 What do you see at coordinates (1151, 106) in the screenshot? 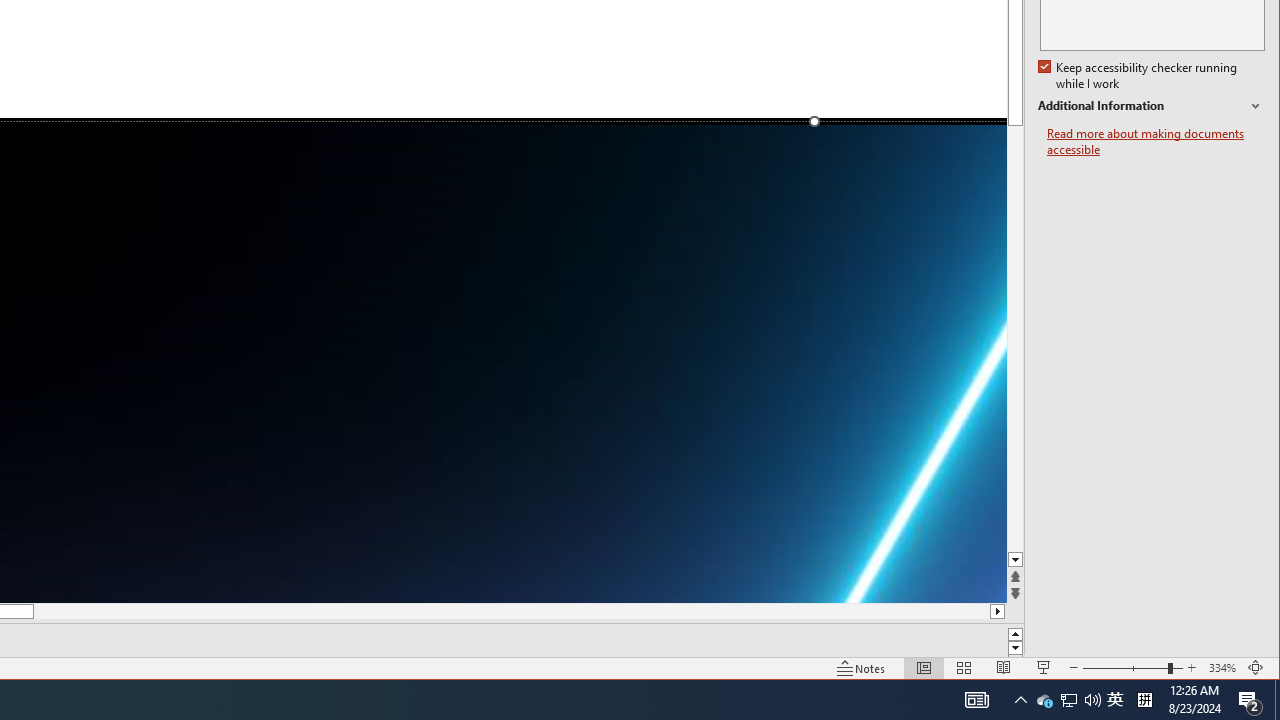
I see `'Additional Information'` at bounding box center [1151, 106].